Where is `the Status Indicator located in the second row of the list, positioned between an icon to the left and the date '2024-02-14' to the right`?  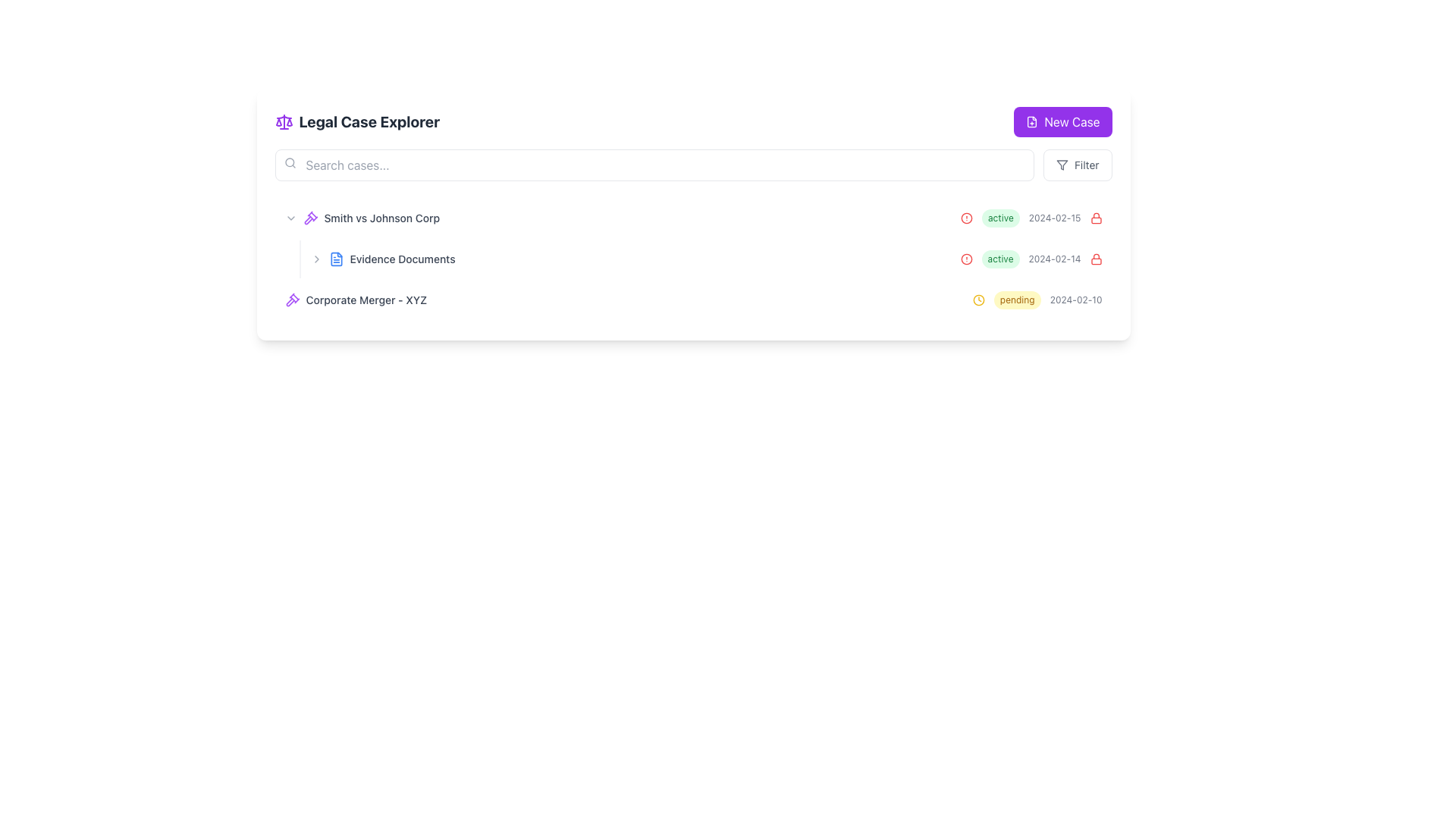
the Status Indicator located in the second row of the list, positioned between an icon to the left and the date '2024-02-14' to the right is located at coordinates (1000, 259).